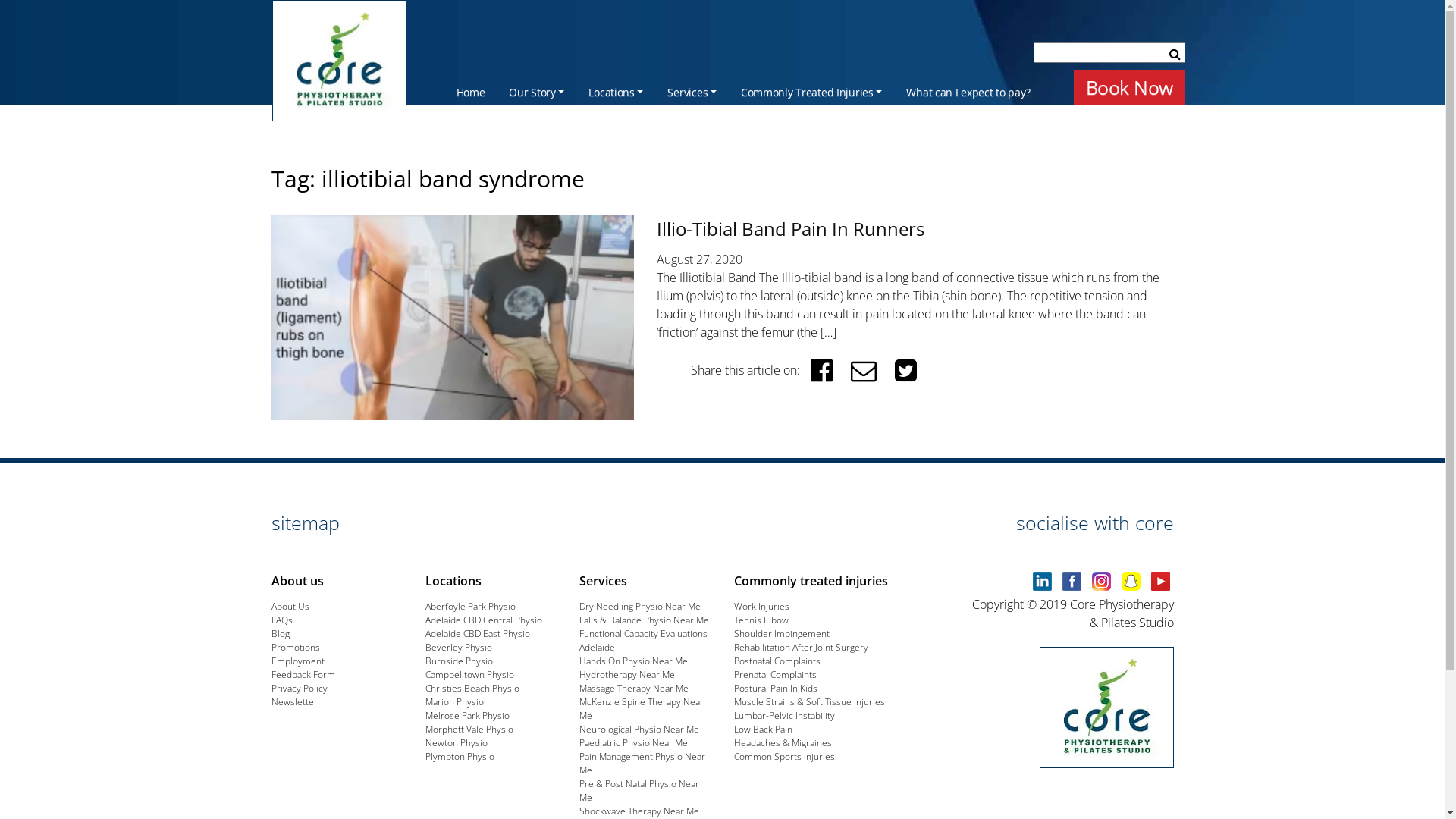 The width and height of the screenshot is (1456, 819). I want to click on 'Beverley Physio', so click(457, 647).